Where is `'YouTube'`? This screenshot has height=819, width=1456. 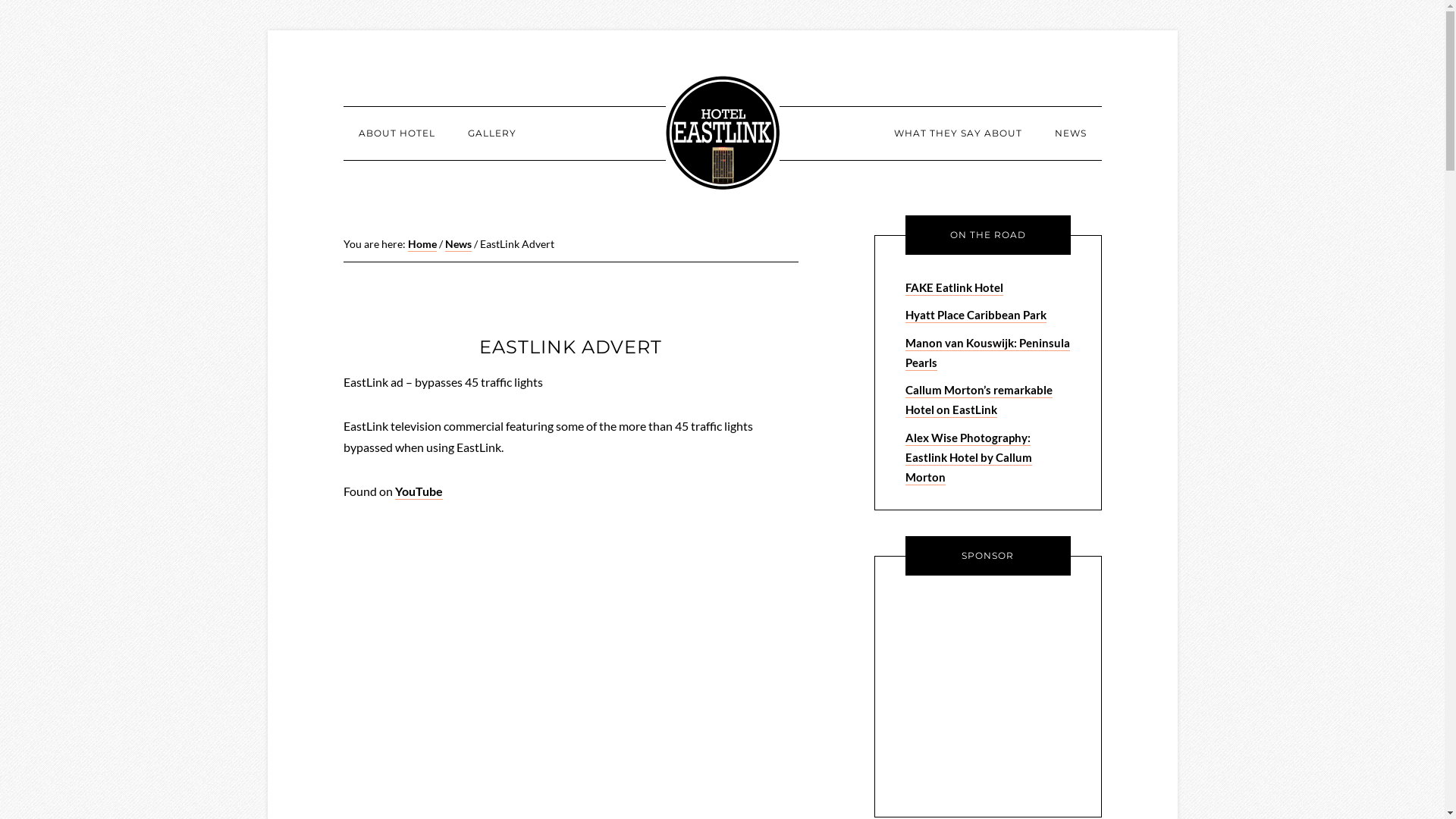
'YouTube' is located at coordinates (394, 491).